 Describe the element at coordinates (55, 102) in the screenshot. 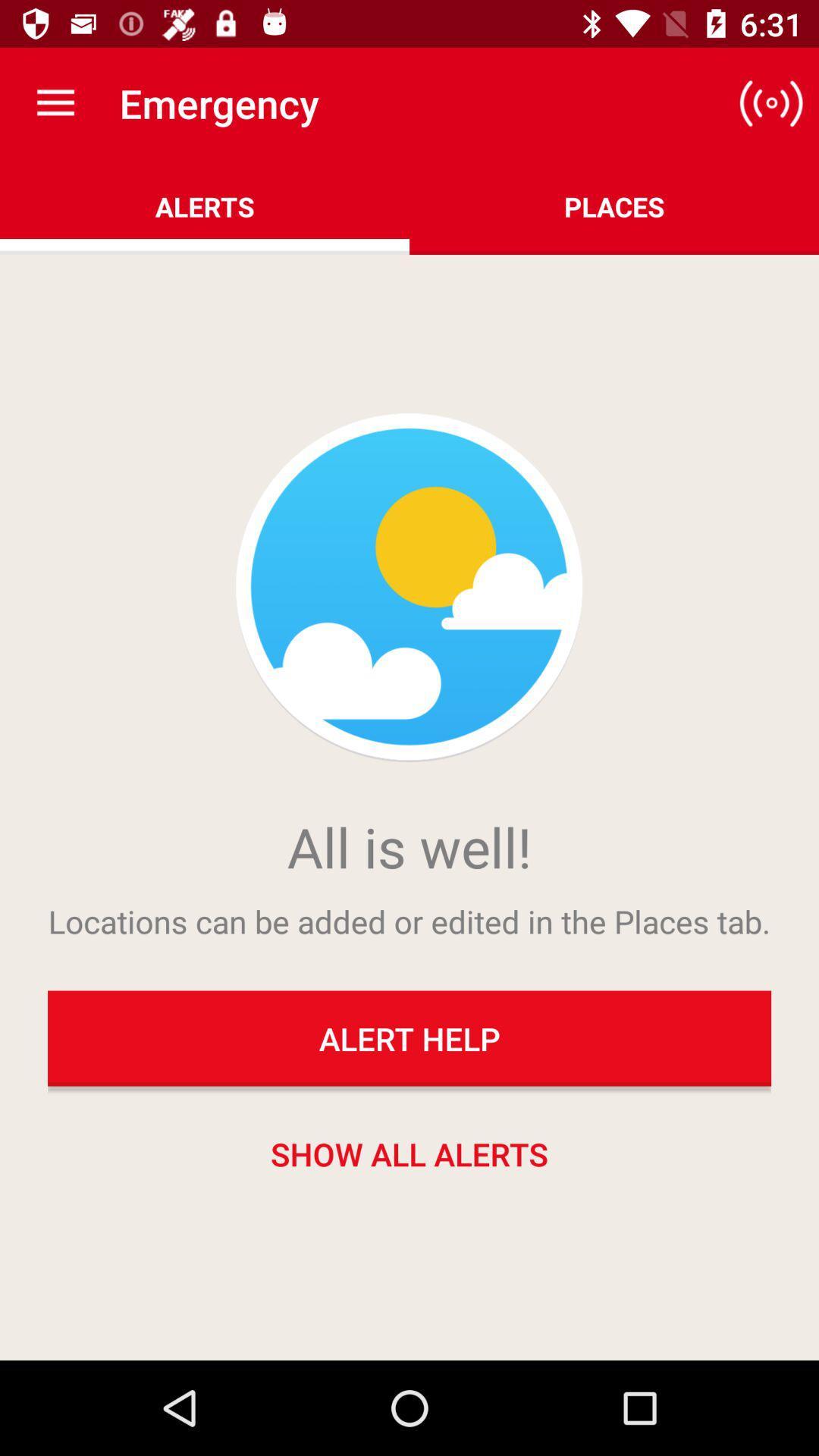

I see `icon to the left of emergency icon` at that location.